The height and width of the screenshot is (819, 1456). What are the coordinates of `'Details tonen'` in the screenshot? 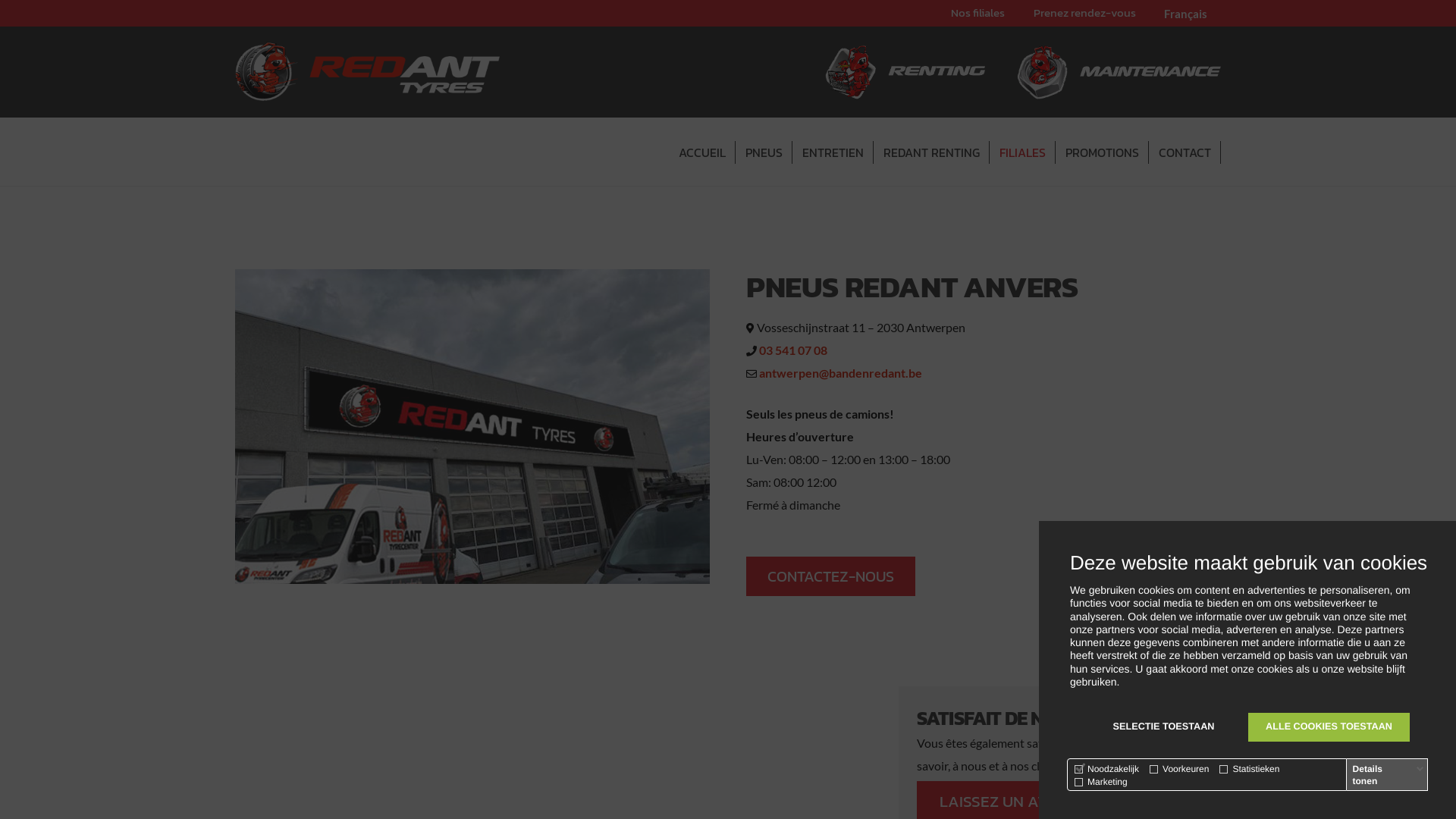 It's located at (1388, 775).